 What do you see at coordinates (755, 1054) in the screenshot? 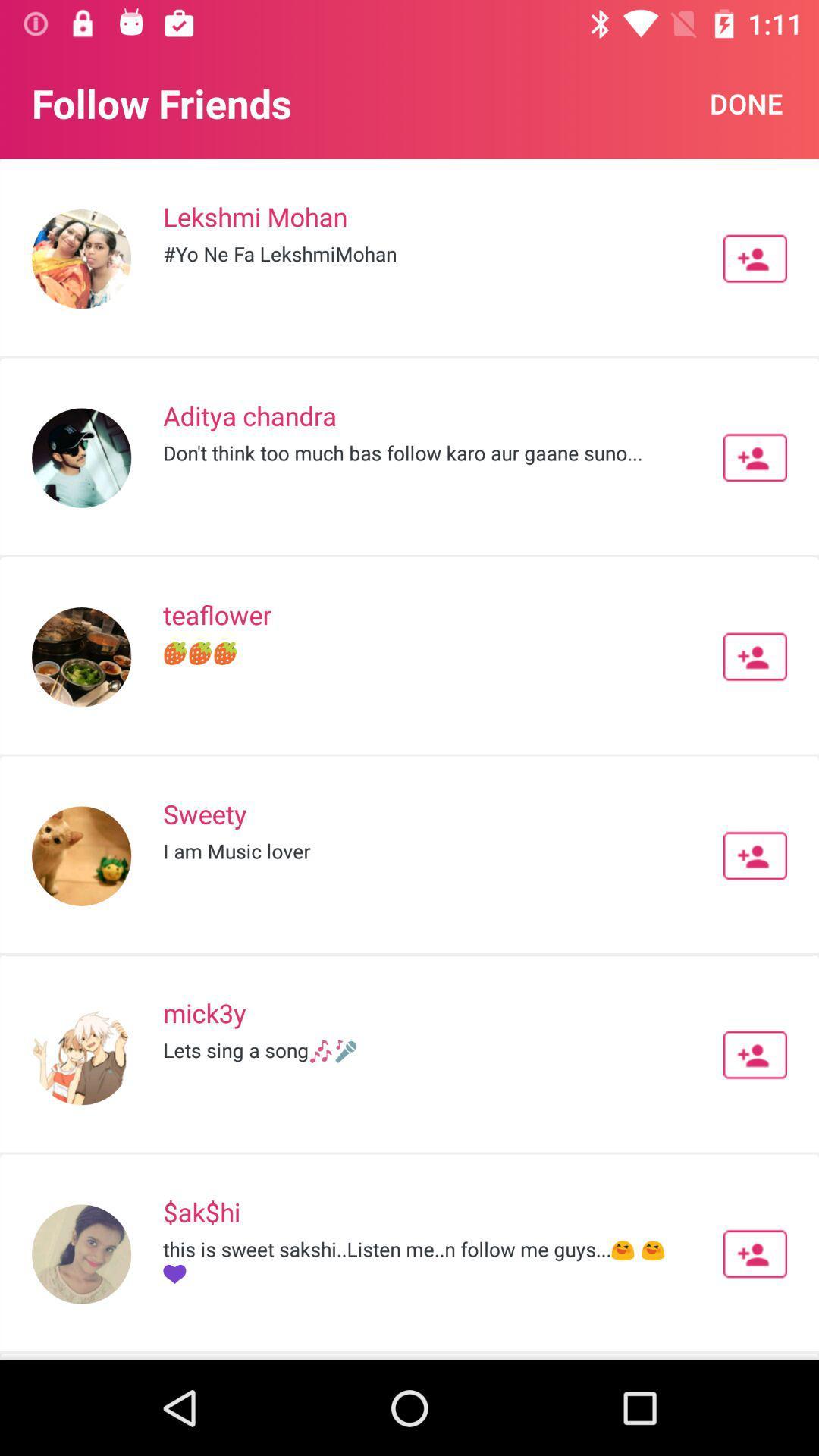
I see `send friend request` at bounding box center [755, 1054].